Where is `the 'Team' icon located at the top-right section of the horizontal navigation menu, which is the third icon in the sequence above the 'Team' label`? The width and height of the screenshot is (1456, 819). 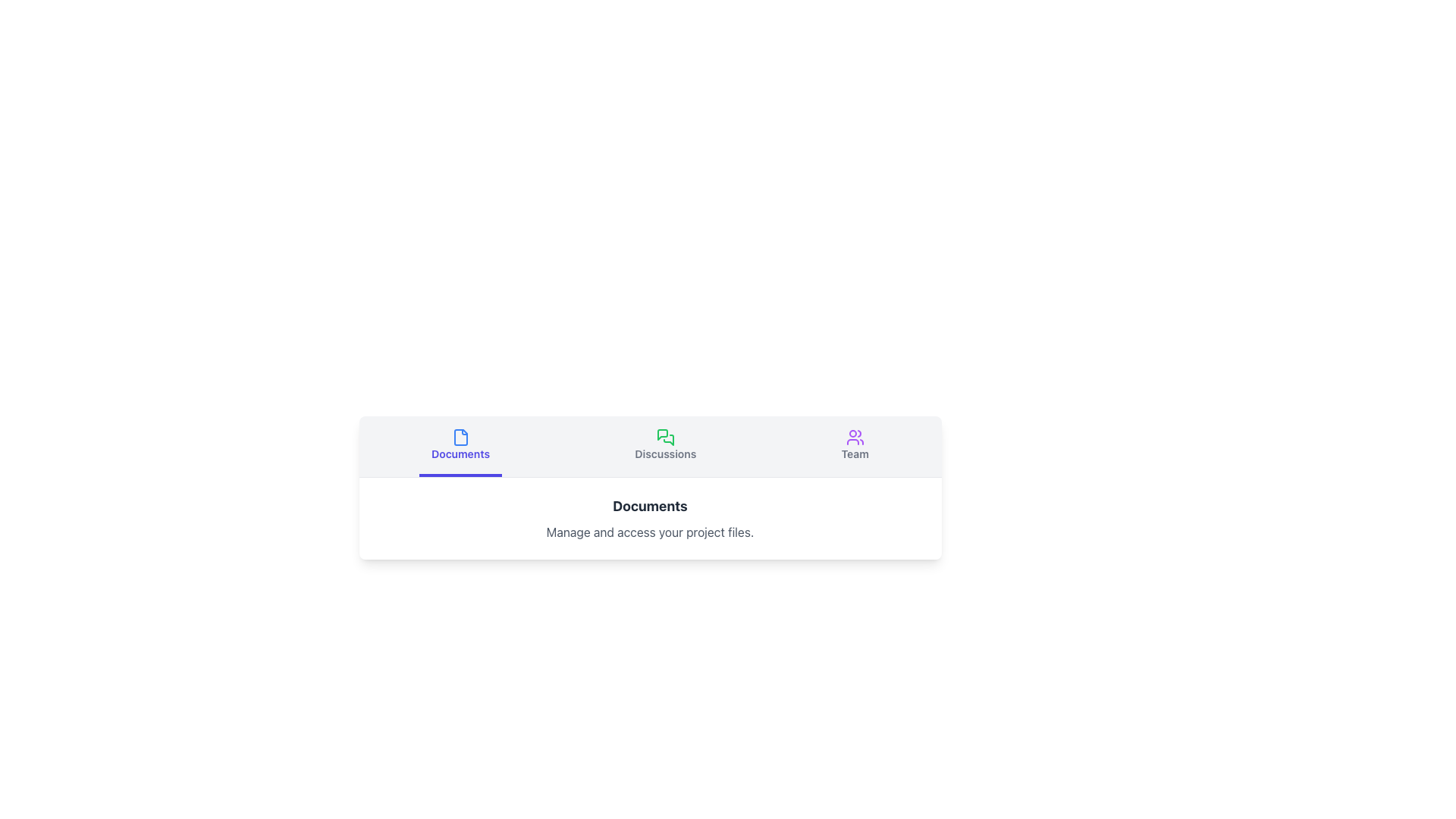 the 'Team' icon located at the top-right section of the horizontal navigation menu, which is the third icon in the sequence above the 'Team' label is located at coordinates (855, 437).